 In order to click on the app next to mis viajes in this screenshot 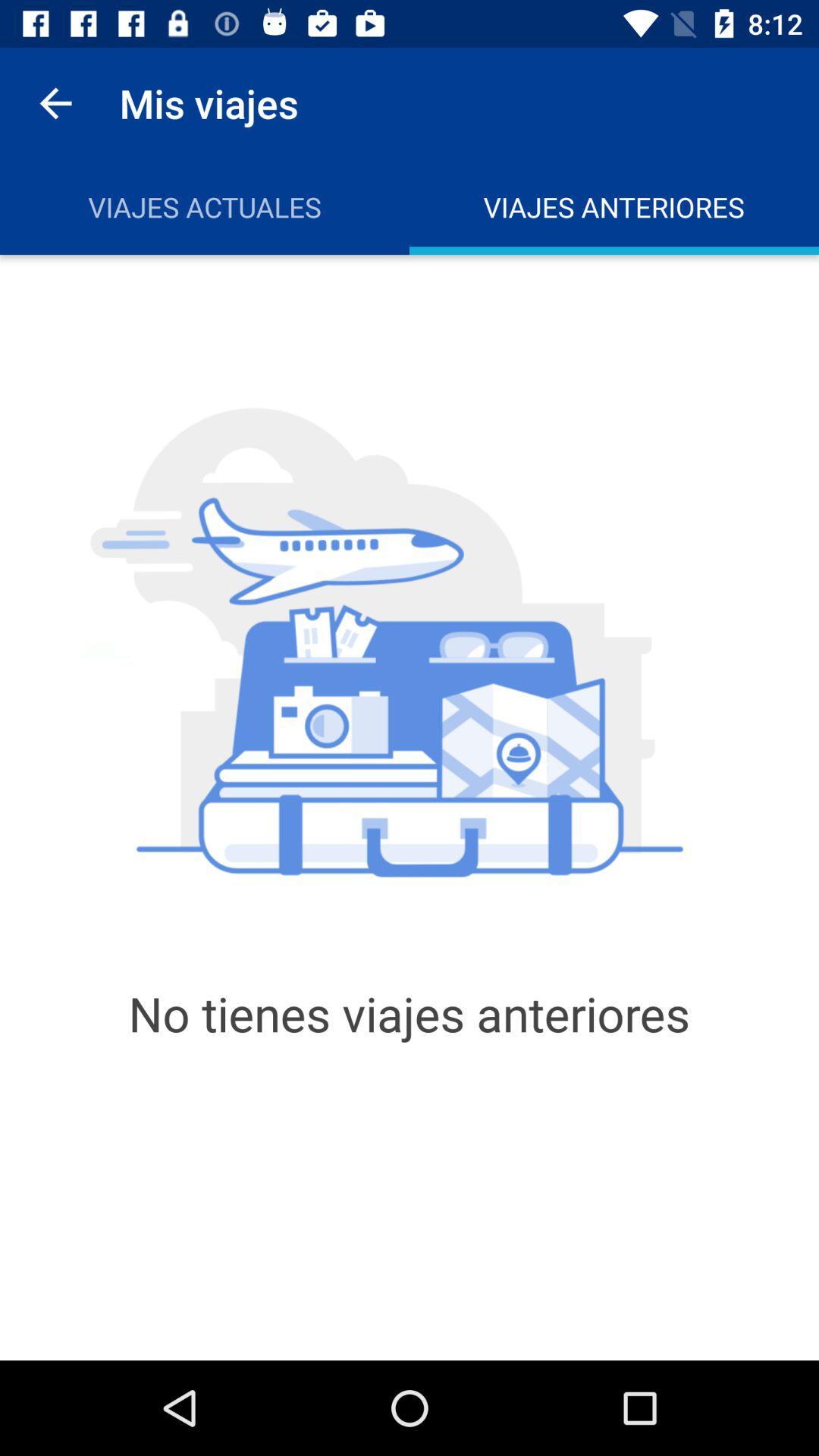, I will do `click(55, 102)`.